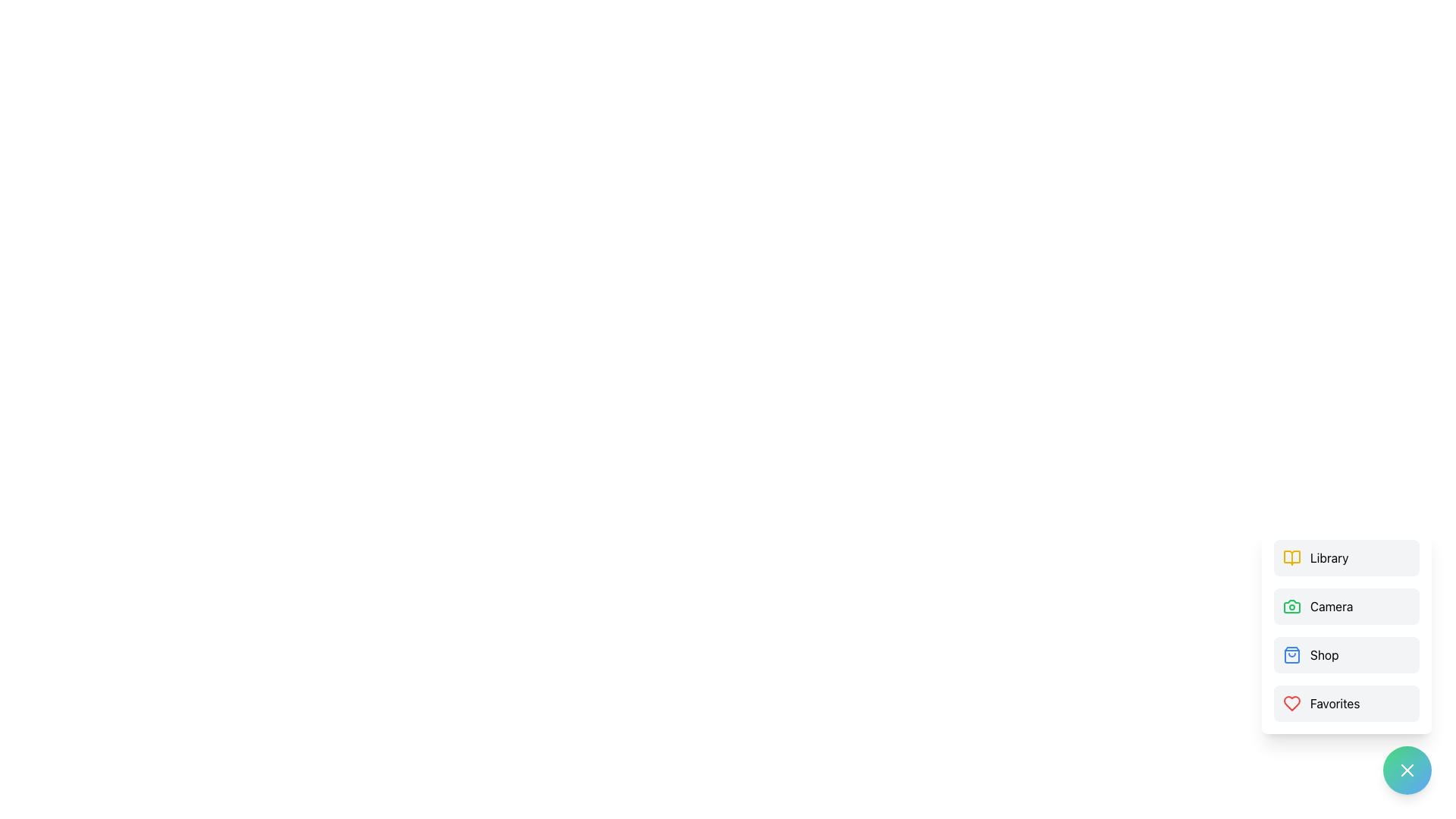 The image size is (1456, 819). I want to click on the 'Shop' button located in the bottom-right corner of the interface, which is the third item in the vertical menu, so click(1347, 654).